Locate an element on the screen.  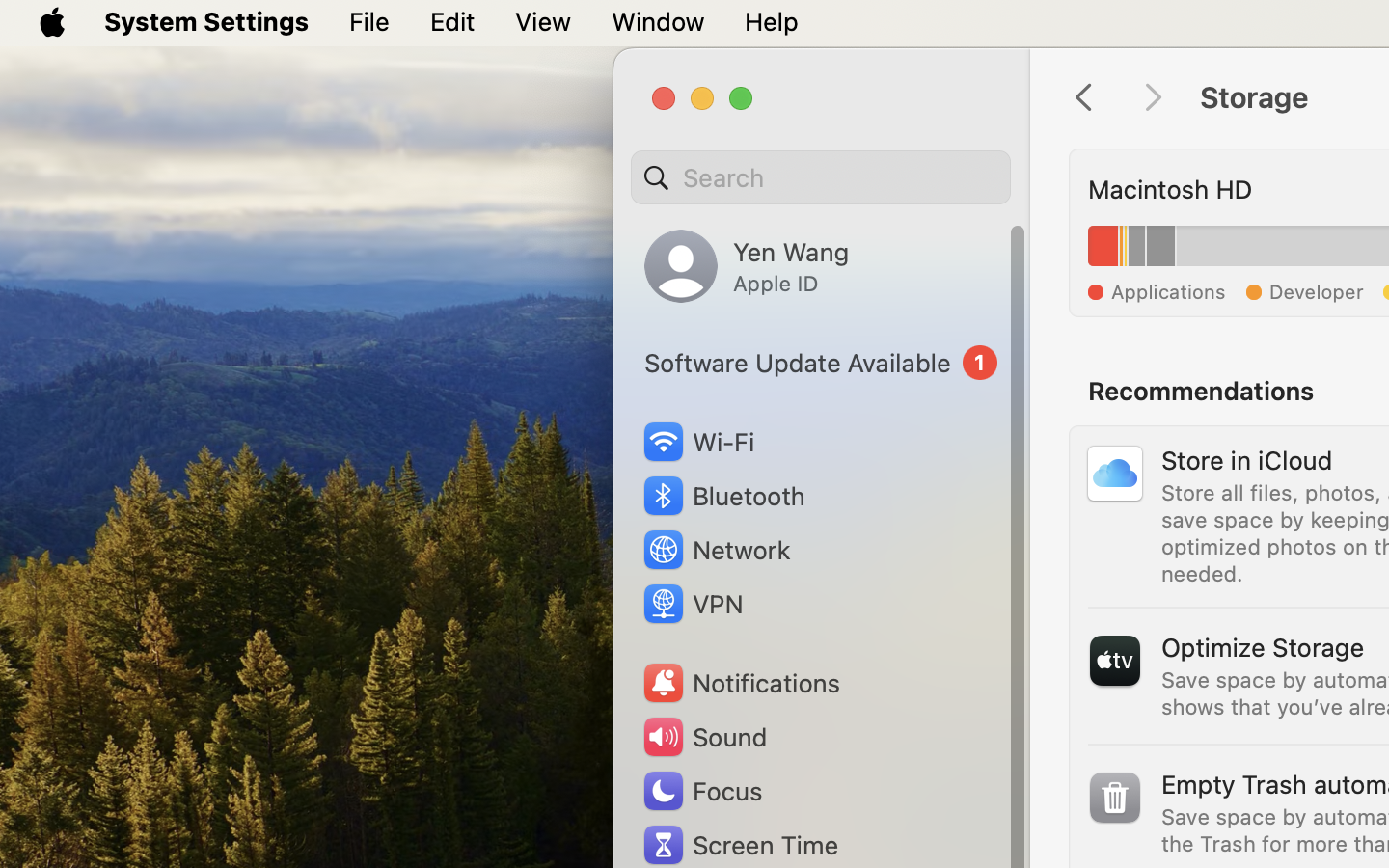
'Macintosh HD' is located at coordinates (1169, 189).